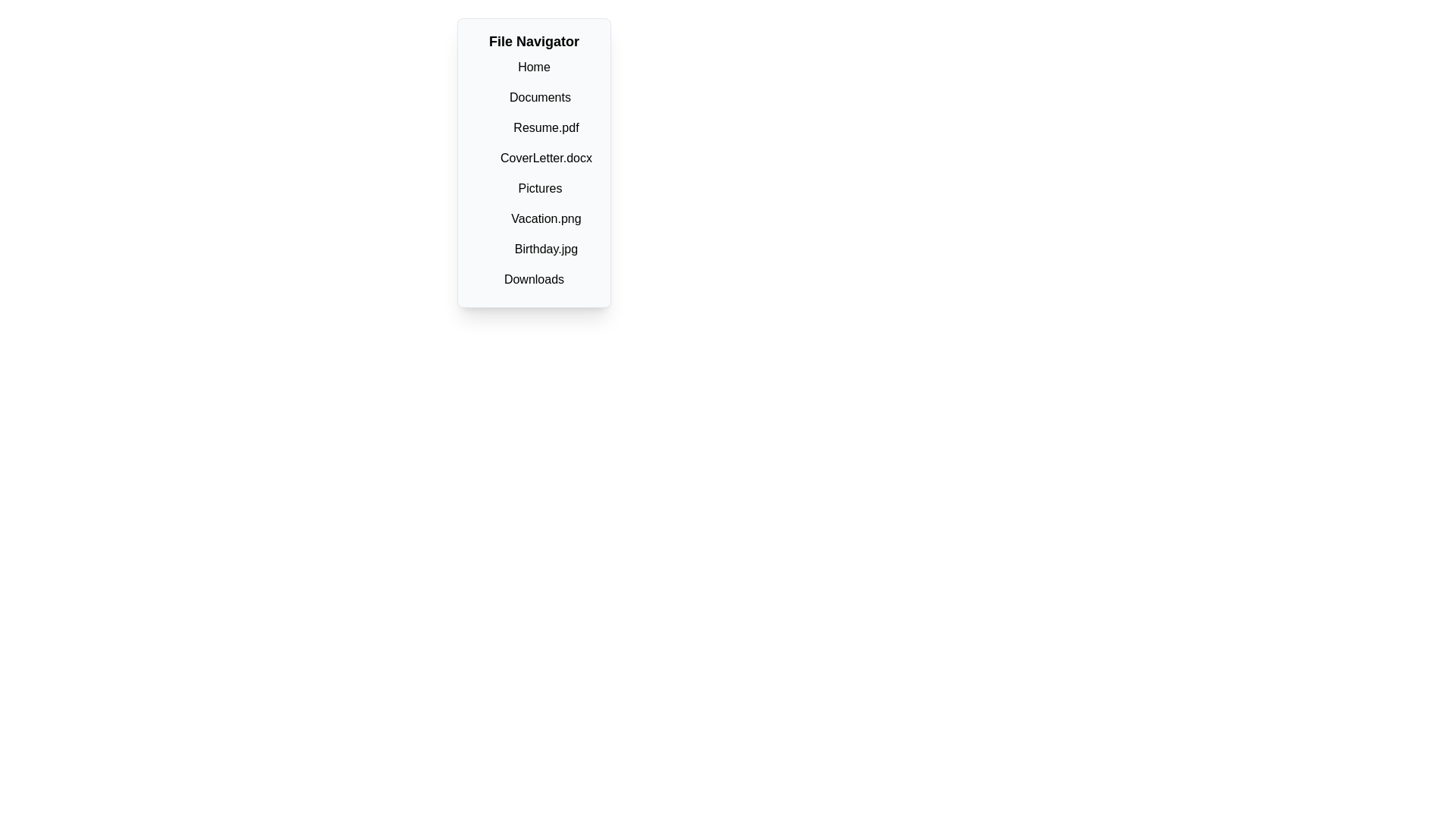 This screenshot has width=1456, height=819. What do you see at coordinates (546, 219) in the screenshot?
I see `the selectable item representing 'Vacation.png'` at bounding box center [546, 219].